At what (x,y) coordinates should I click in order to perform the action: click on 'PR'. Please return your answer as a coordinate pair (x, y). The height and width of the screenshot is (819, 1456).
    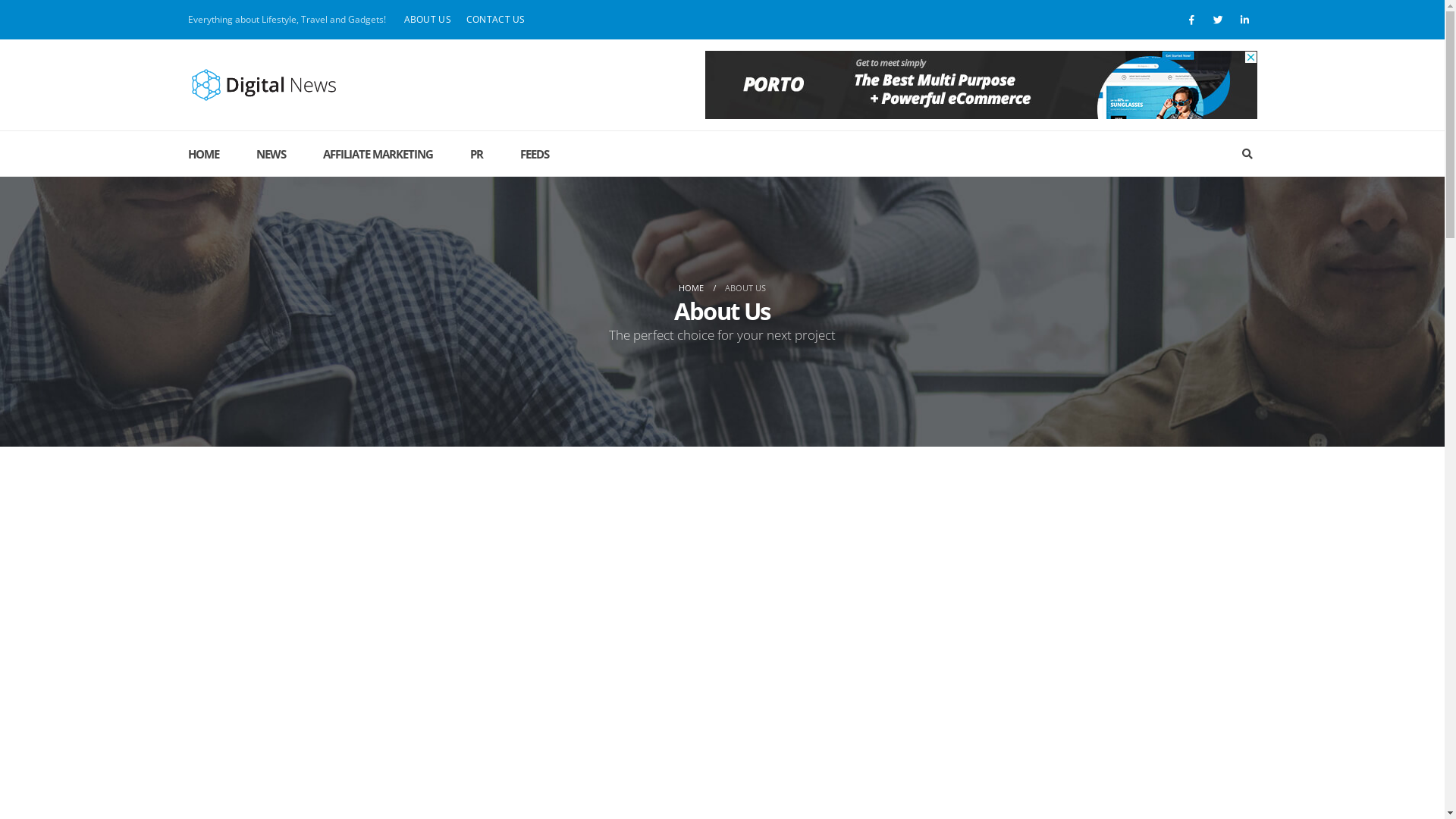
    Looking at the image, I should click on (450, 154).